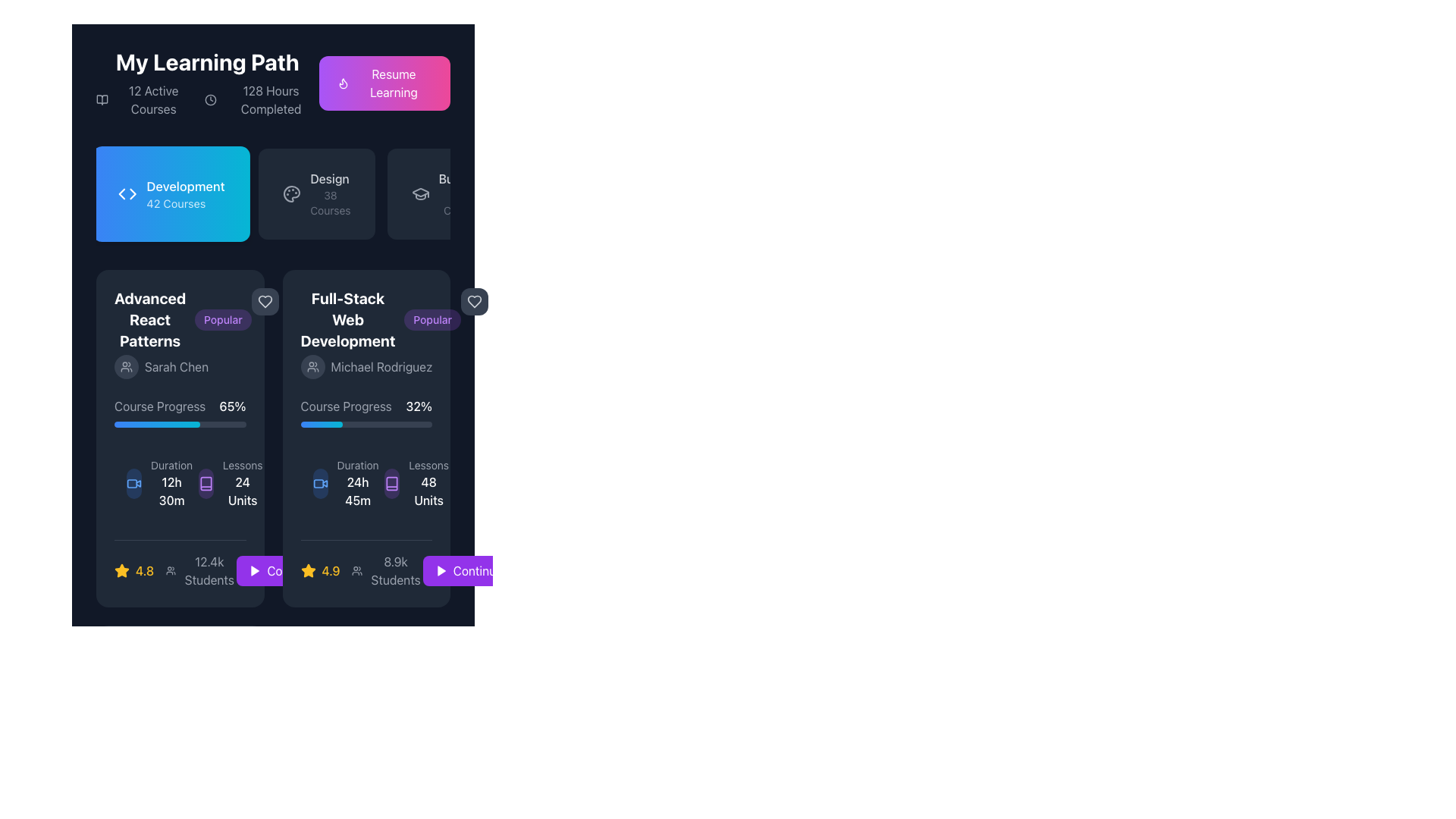 The height and width of the screenshot is (819, 1456). Describe the element at coordinates (122, 570) in the screenshot. I see `the star-shaped yellow icon associated with the rating system, located within the 'Advanced React Patterns' card to the left of the text '4.8'` at that location.